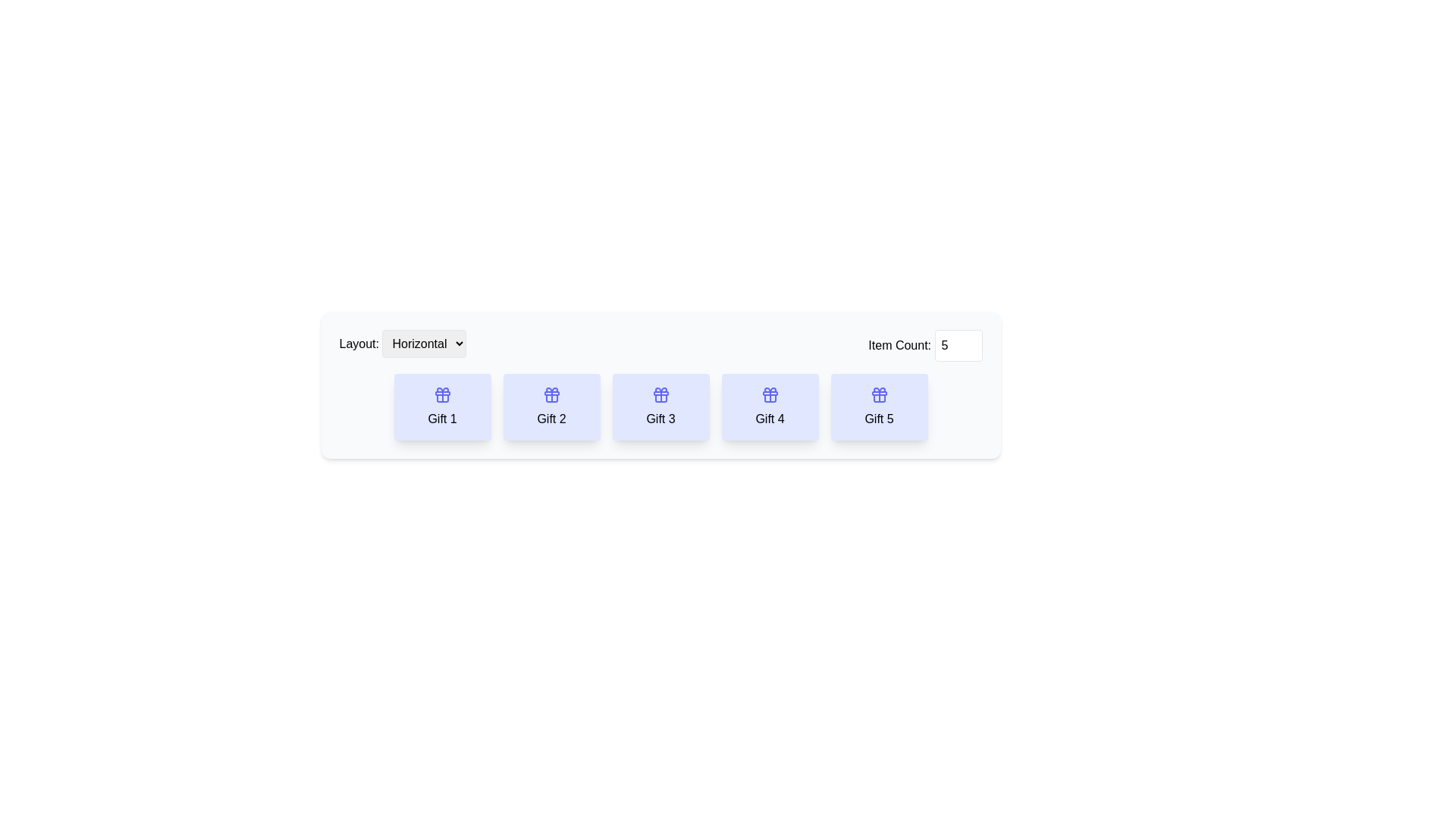 The height and width of the screenshot is (819, 1456). What do you see at coordinates (879, 393) in the screenshot?
I see `the top horizontal bar of the gift icon representing 'Gift 5', which is a rectangular bar-like shape located on the far right of the horizontal list of gift items` at bounding box center [879, 393].